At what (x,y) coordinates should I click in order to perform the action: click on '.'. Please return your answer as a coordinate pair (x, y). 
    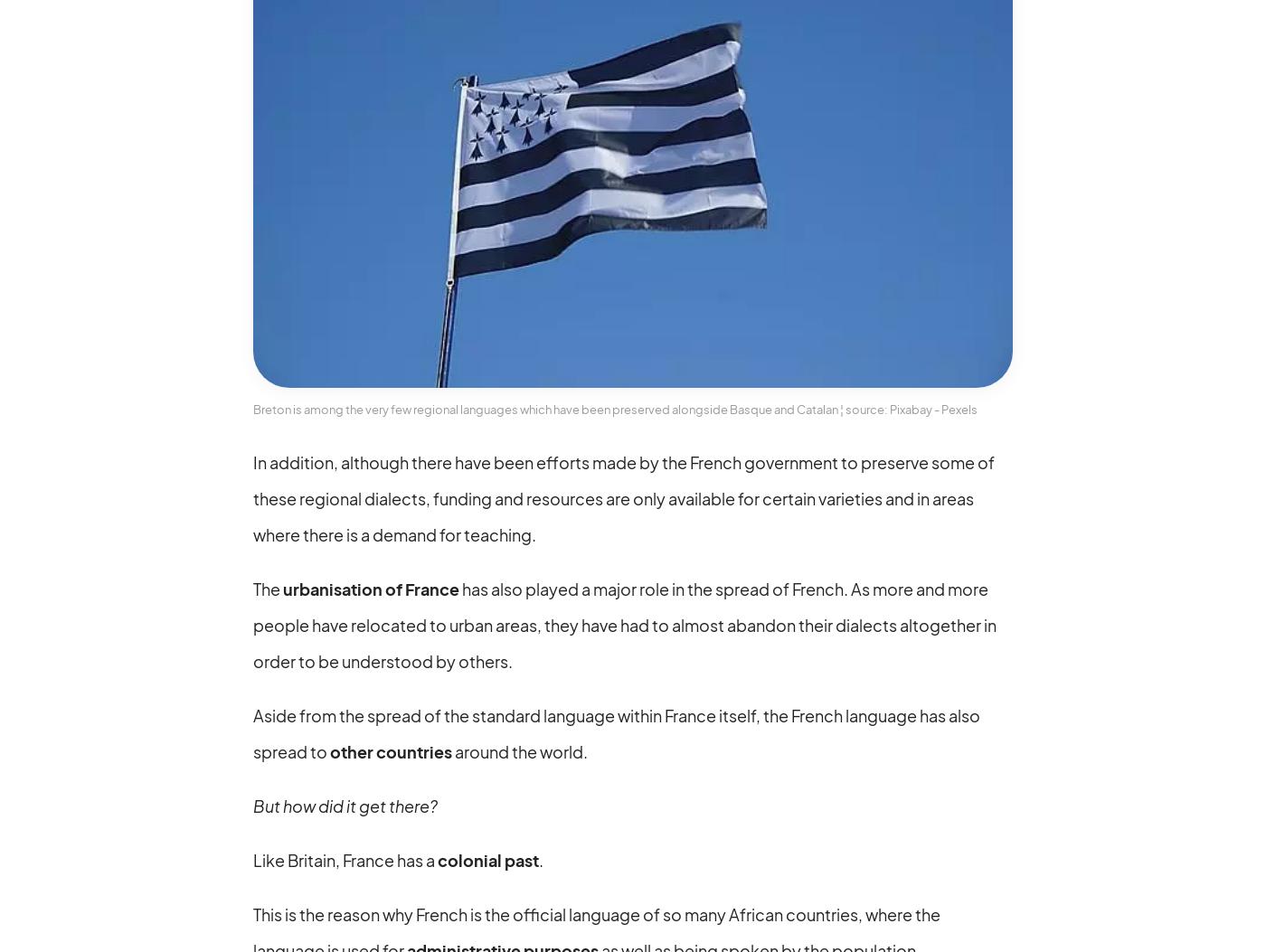
    Looking at the image, I should click on (541, 858).